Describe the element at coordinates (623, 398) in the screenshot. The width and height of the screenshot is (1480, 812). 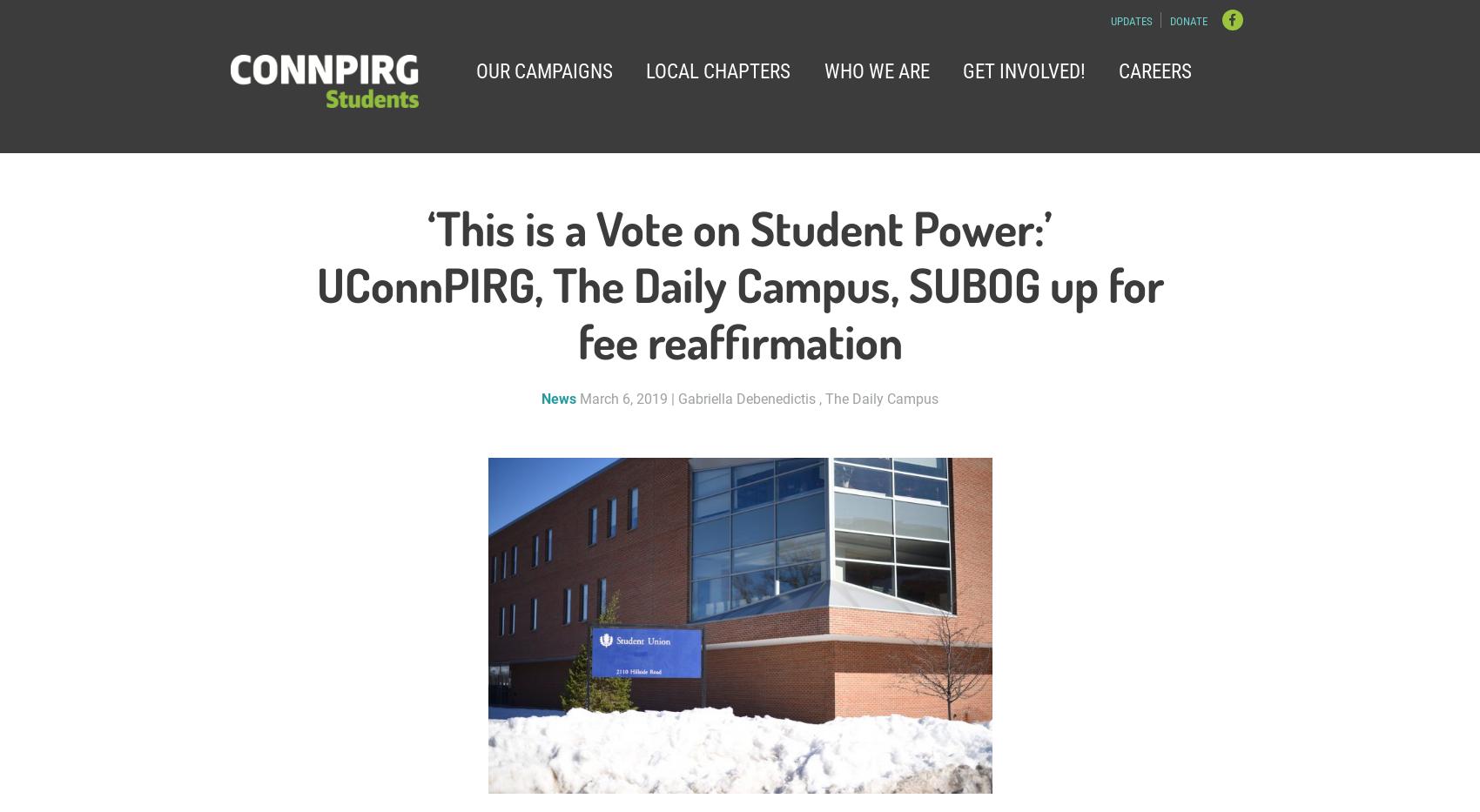
I see `'March 6, 2019'` at that location.